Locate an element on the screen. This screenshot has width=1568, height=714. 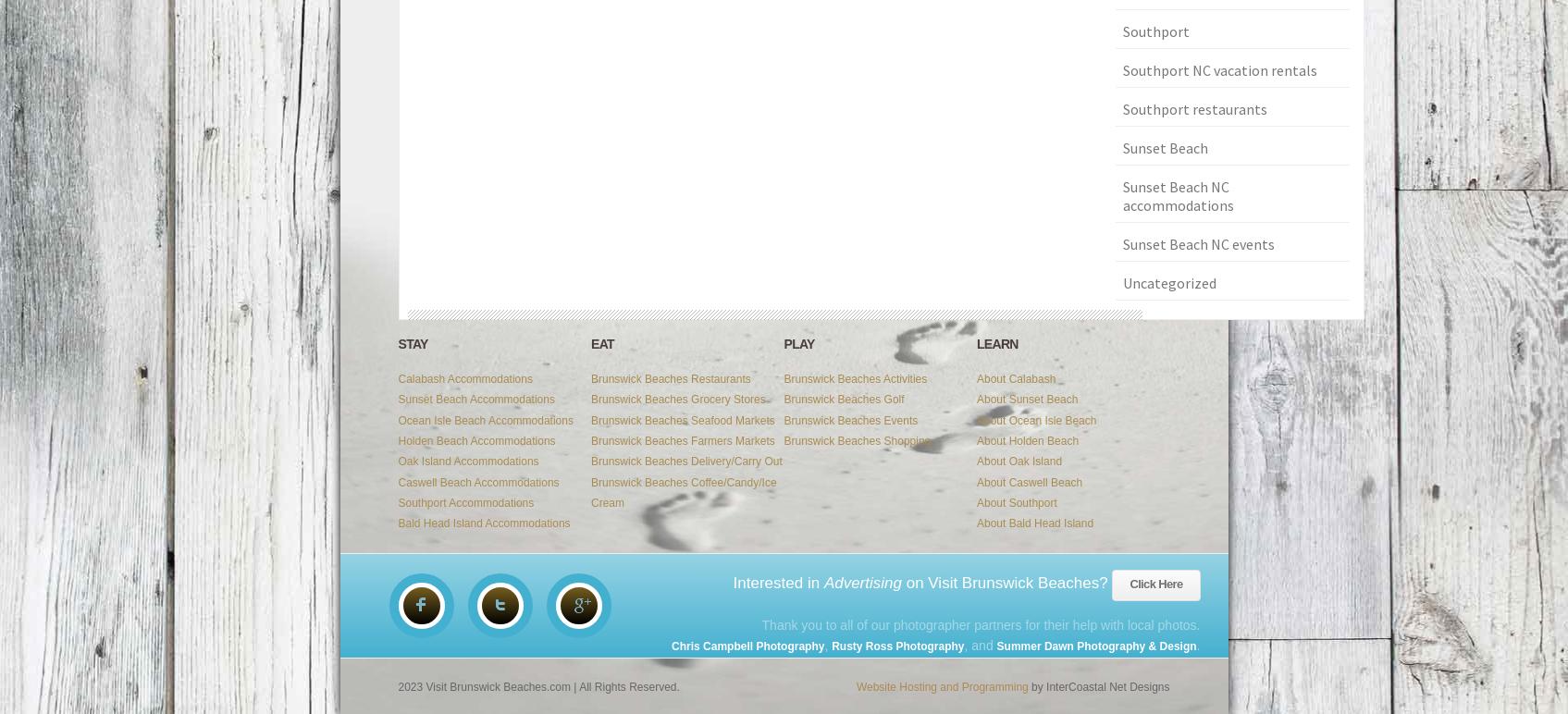
'EAT' is located at coordinates (590, 343).